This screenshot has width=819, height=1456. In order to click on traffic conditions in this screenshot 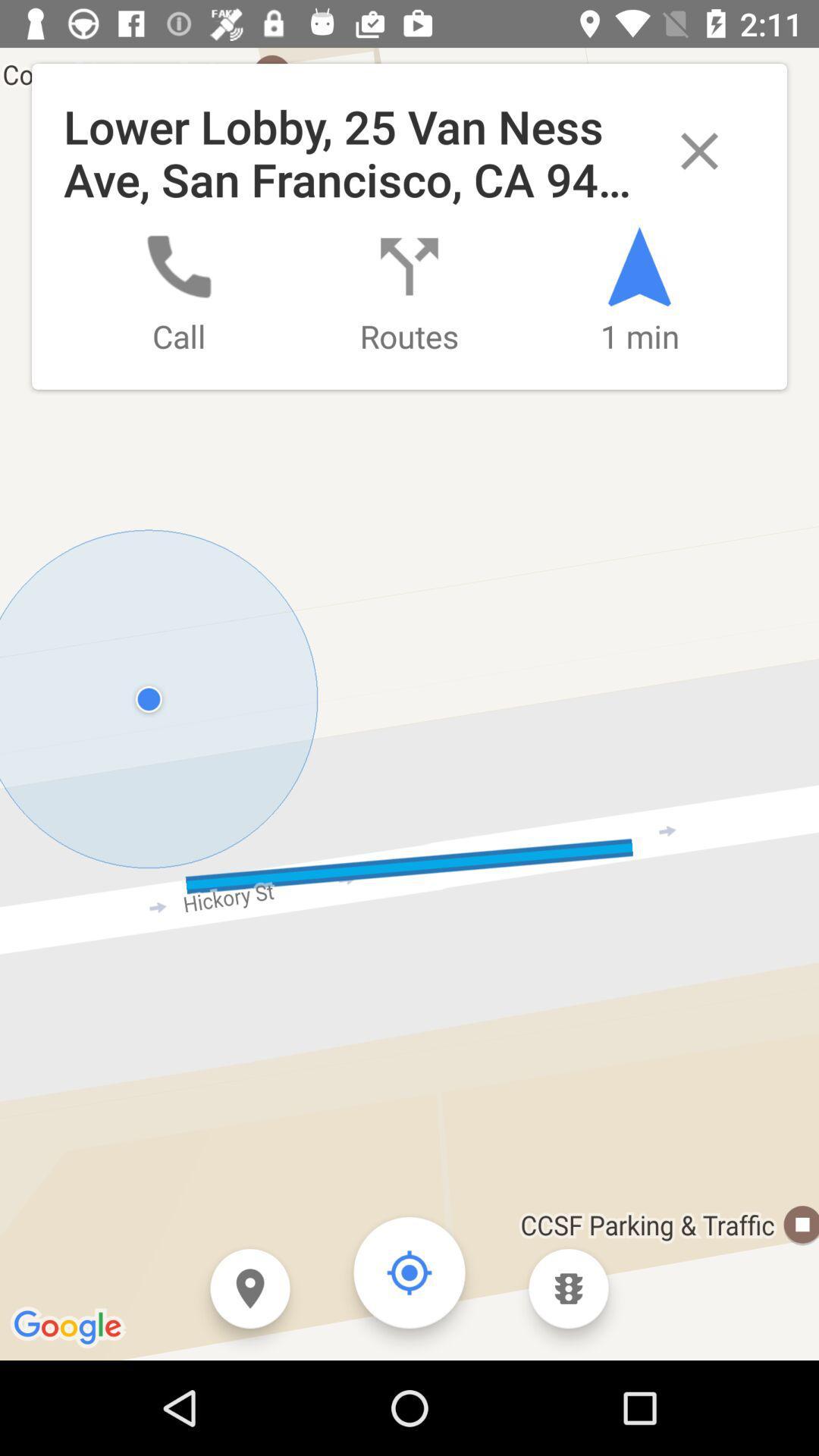, I will do `click(568, 1288)`.